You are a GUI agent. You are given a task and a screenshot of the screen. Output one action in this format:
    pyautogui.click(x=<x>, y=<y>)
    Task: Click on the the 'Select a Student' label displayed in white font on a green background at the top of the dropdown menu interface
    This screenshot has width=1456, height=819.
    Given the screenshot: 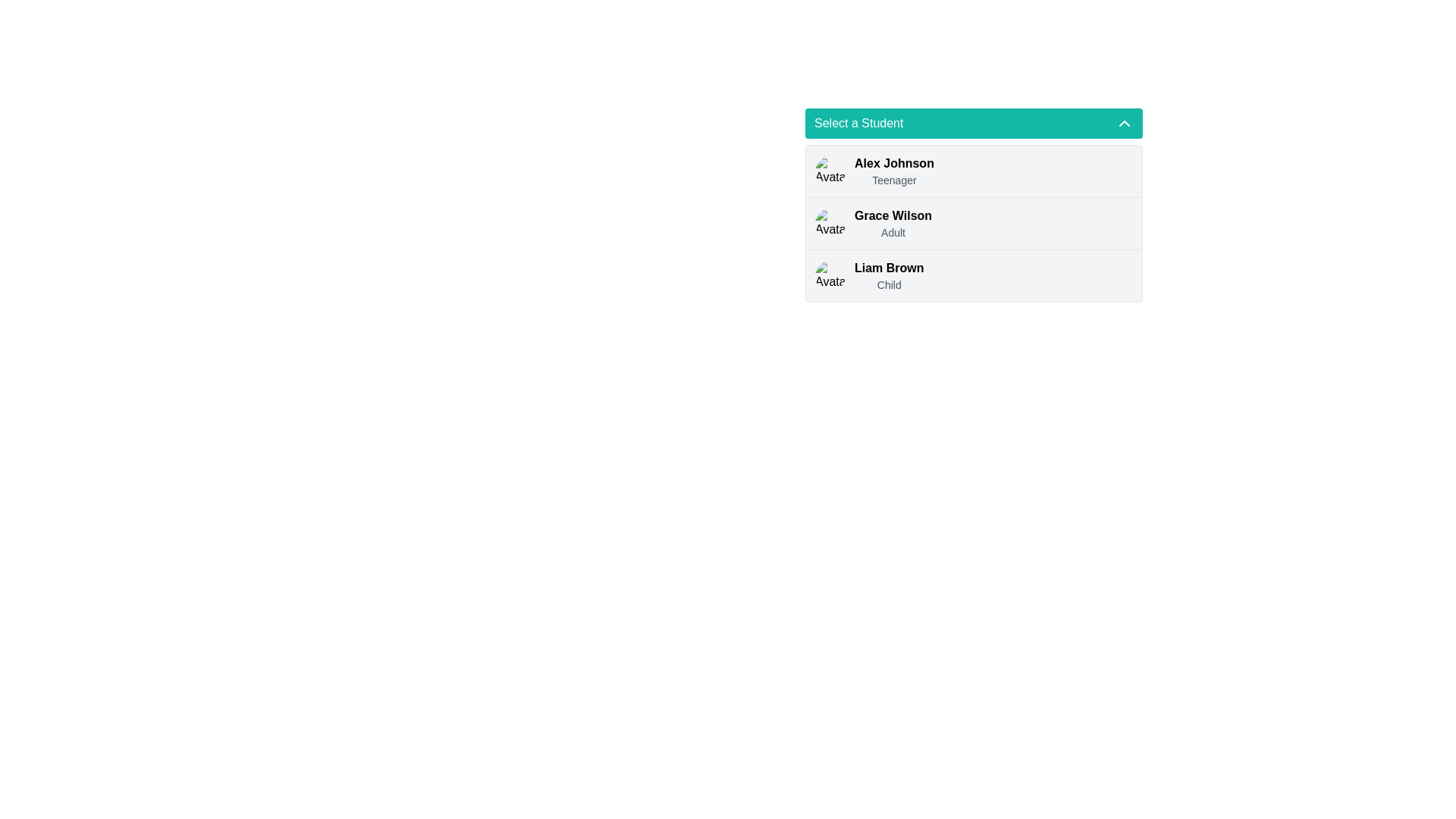 What is the action you would take?
    pyautogui.click(x=858, y=122)
    